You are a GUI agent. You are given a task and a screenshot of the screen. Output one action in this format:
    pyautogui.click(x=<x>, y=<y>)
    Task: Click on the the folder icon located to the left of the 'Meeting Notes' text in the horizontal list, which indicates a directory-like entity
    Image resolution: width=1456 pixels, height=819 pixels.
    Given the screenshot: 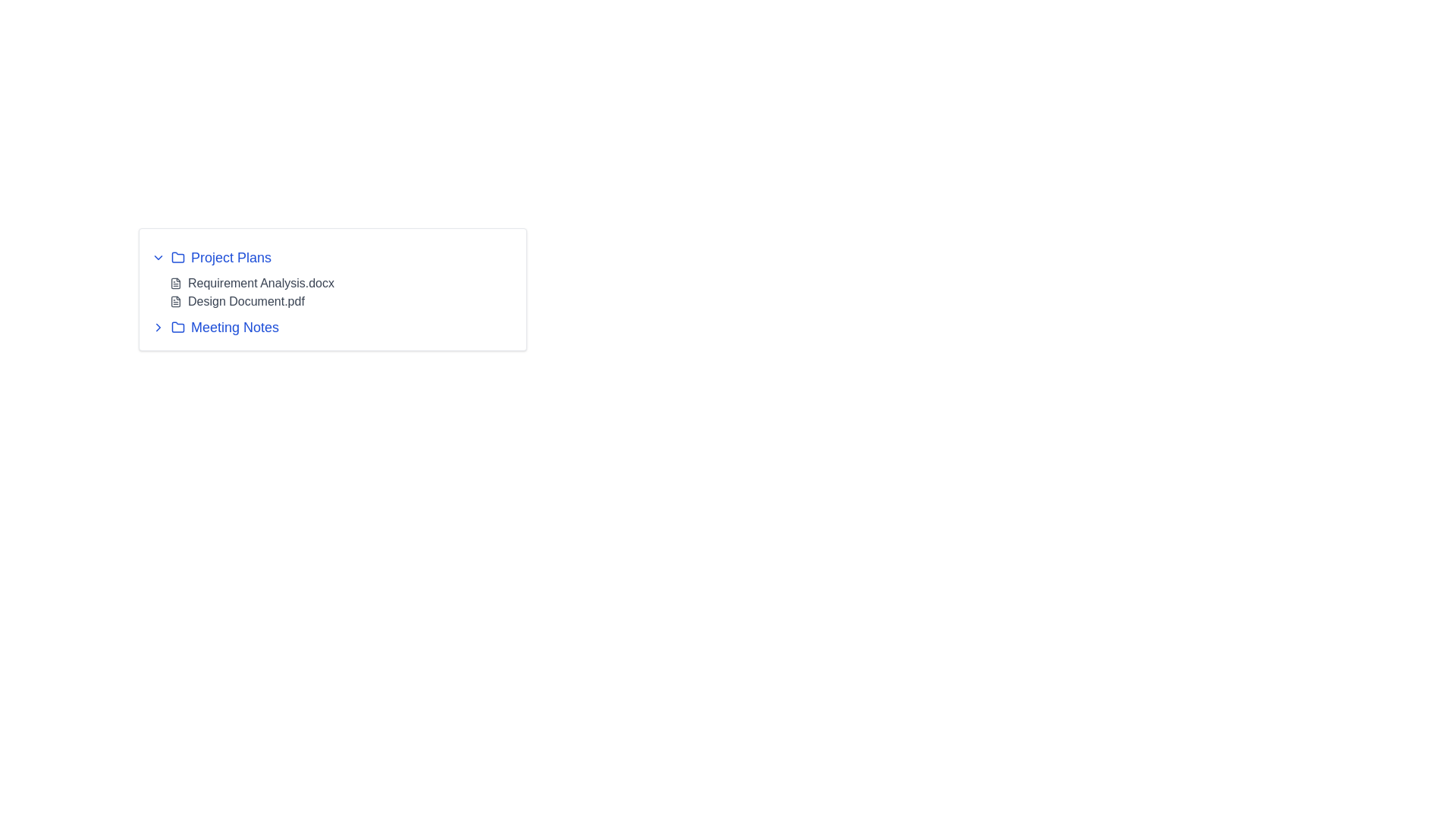 What is the action you would take?
    pyautogui.click(x=178, y=327)
    